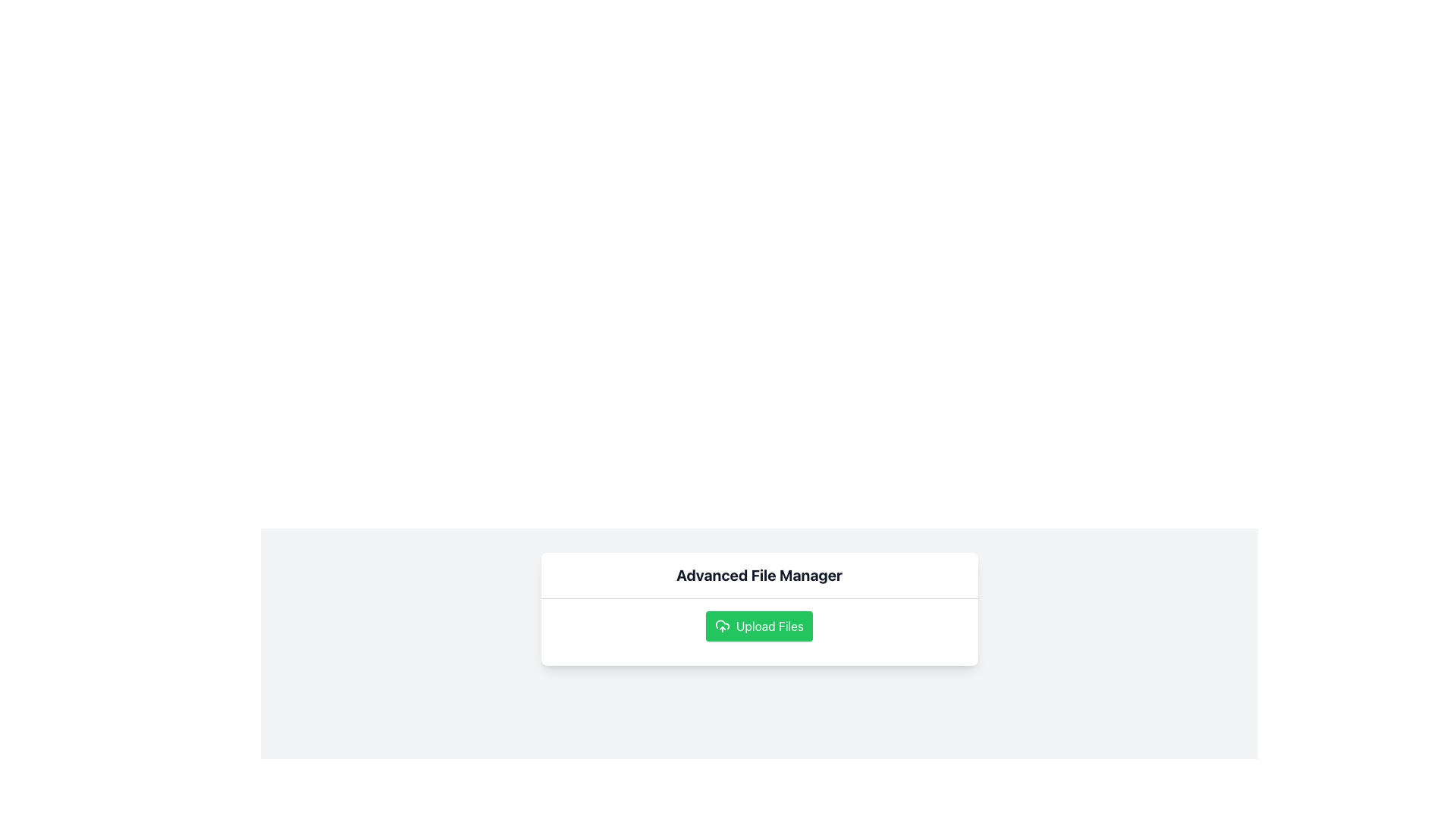 Image resolution: width=1456 pixels, height=819 pixels. I want to click on the 'Upload Files' button in the centered card component of the Advanced File Manager to initiate the file upload process, so click(759, 608).